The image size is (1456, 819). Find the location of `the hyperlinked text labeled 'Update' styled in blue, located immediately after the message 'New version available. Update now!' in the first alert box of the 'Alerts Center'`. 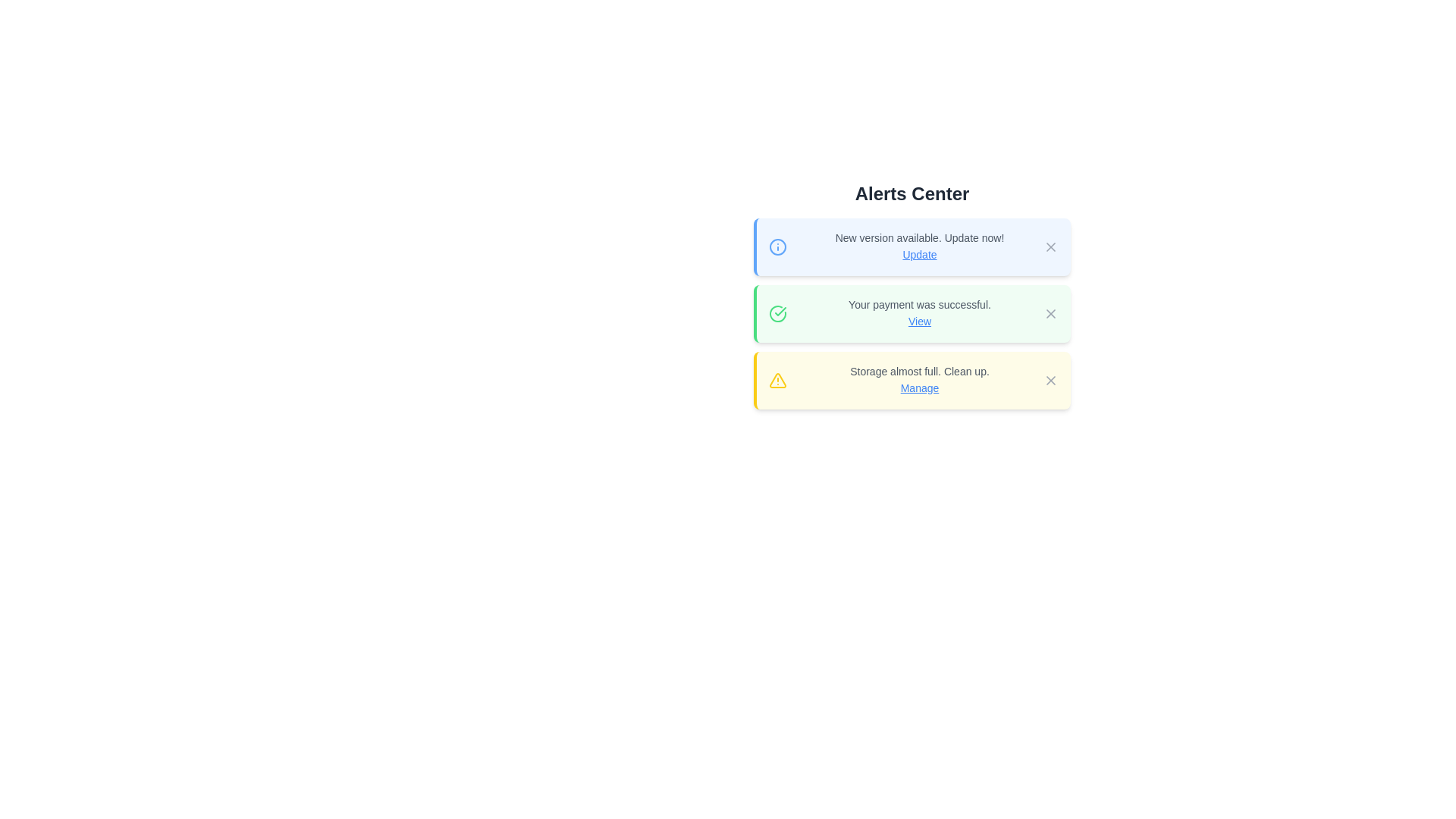

the hyperlinked text labeled 'Update' styled in blue, located immediately after the message 'New version available. Update now!' in the first alert box of the 'Alerts Center' is located at coordinates (919, 253).